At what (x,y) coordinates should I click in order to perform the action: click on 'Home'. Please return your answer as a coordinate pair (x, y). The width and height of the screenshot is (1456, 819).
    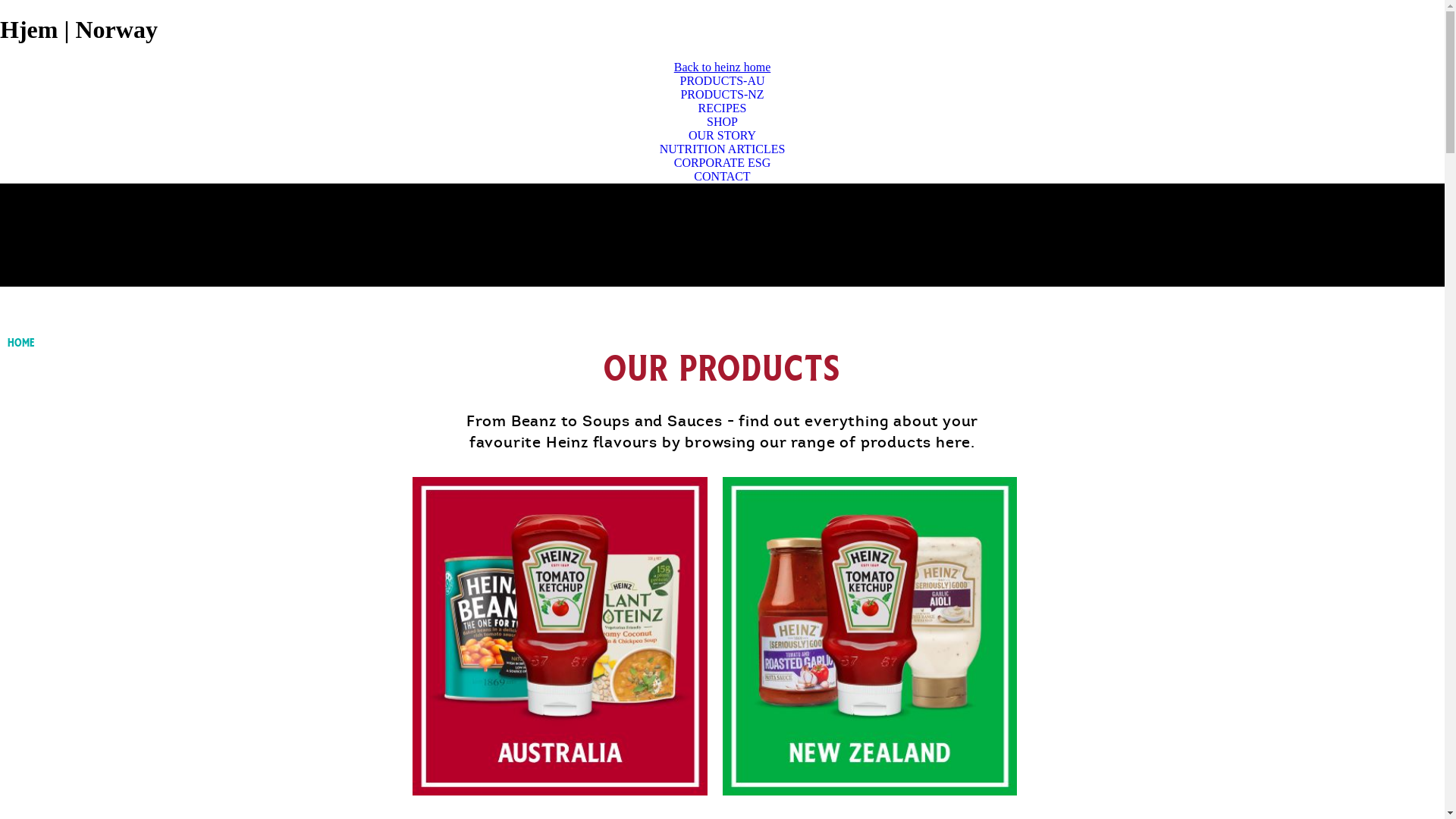
    Looking at the image, I should click on (7, 342).